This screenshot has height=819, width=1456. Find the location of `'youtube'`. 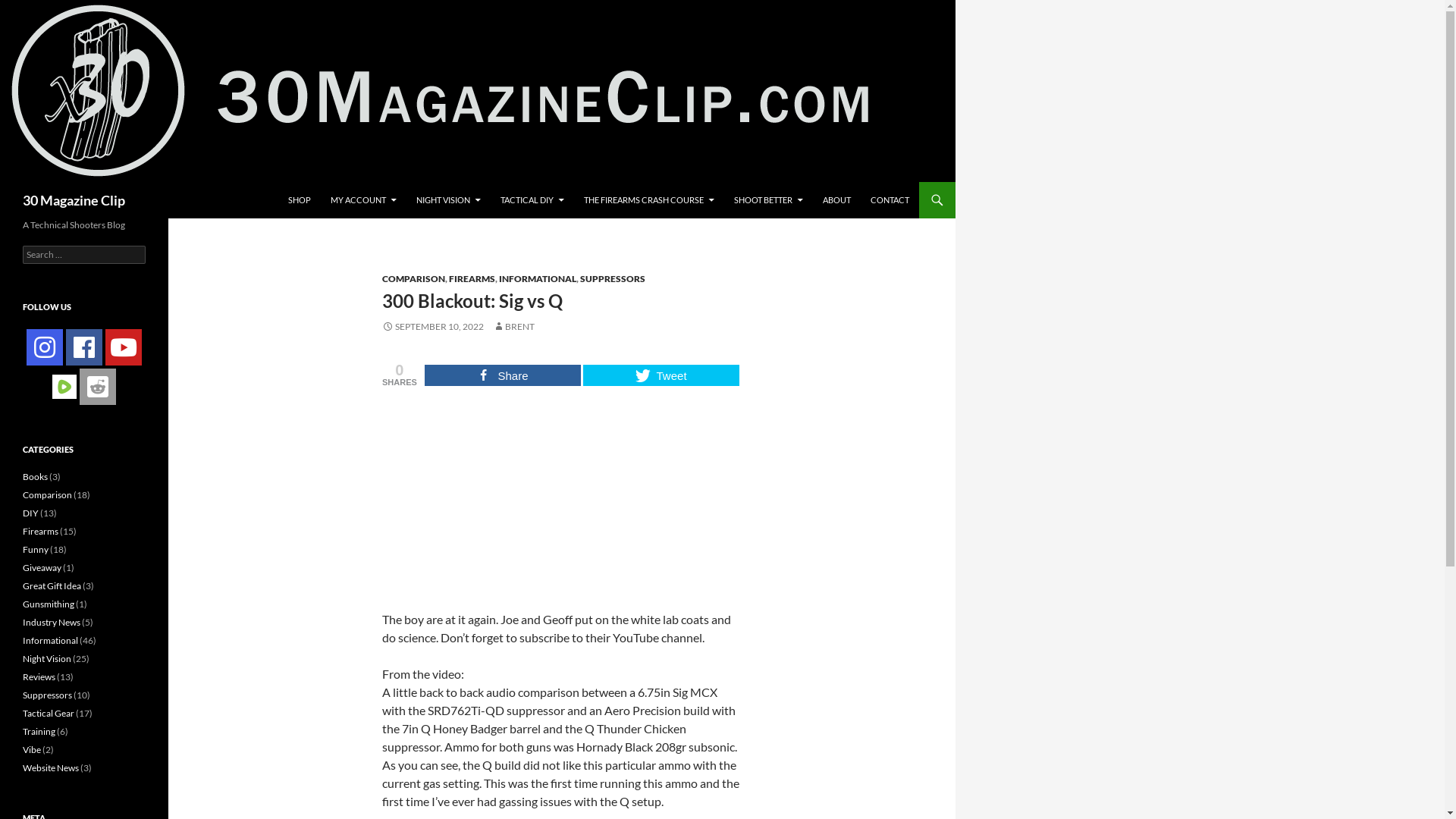

'youtube' is located at coordinates (124, 347).